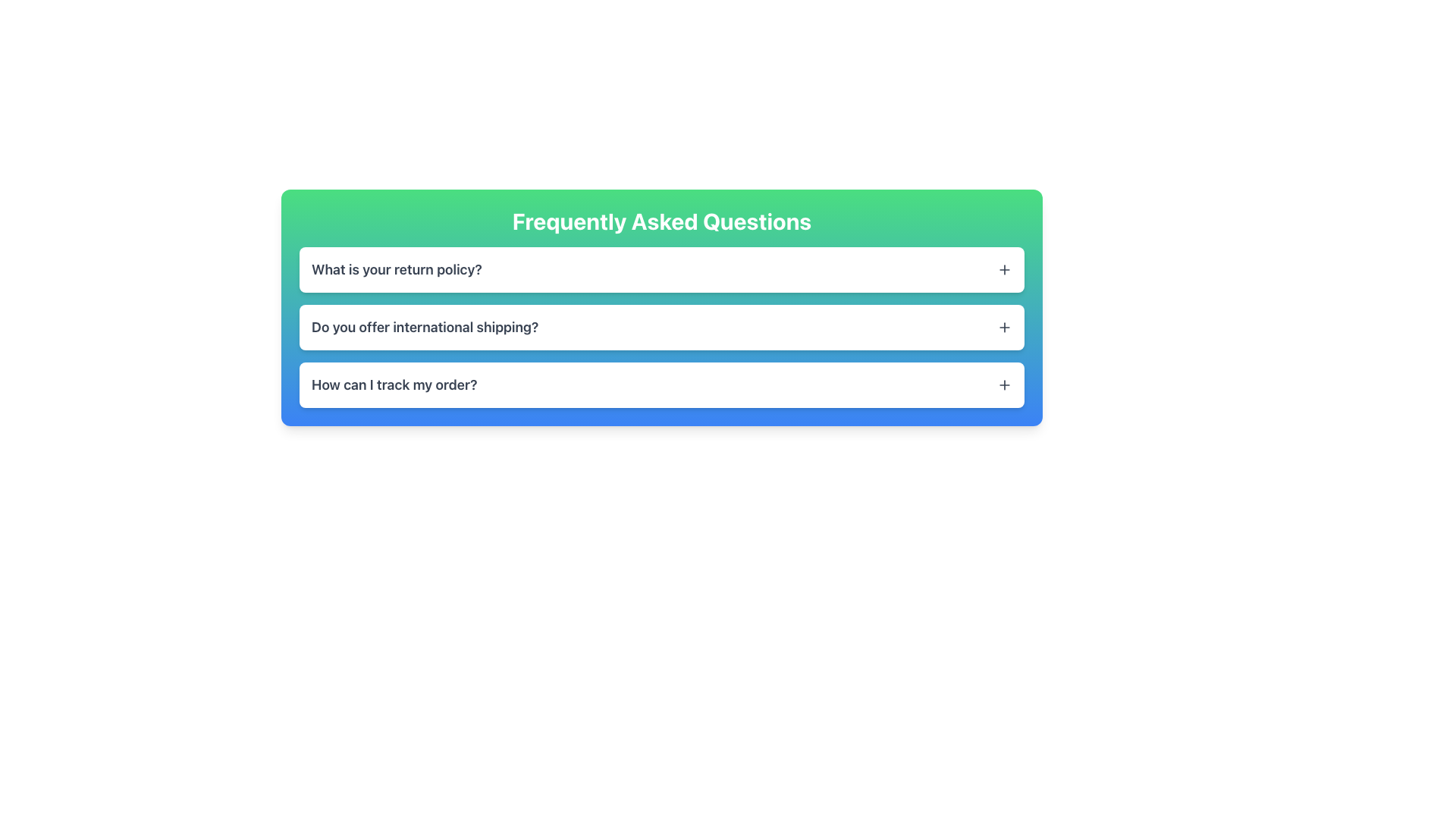  Describe the element at coordinates (397, 268) in the screenshot. I see `static text displaying the question 'What is your return policy?' which is prominently positioned at the top of the Frequently Asked Questions section` at that location.